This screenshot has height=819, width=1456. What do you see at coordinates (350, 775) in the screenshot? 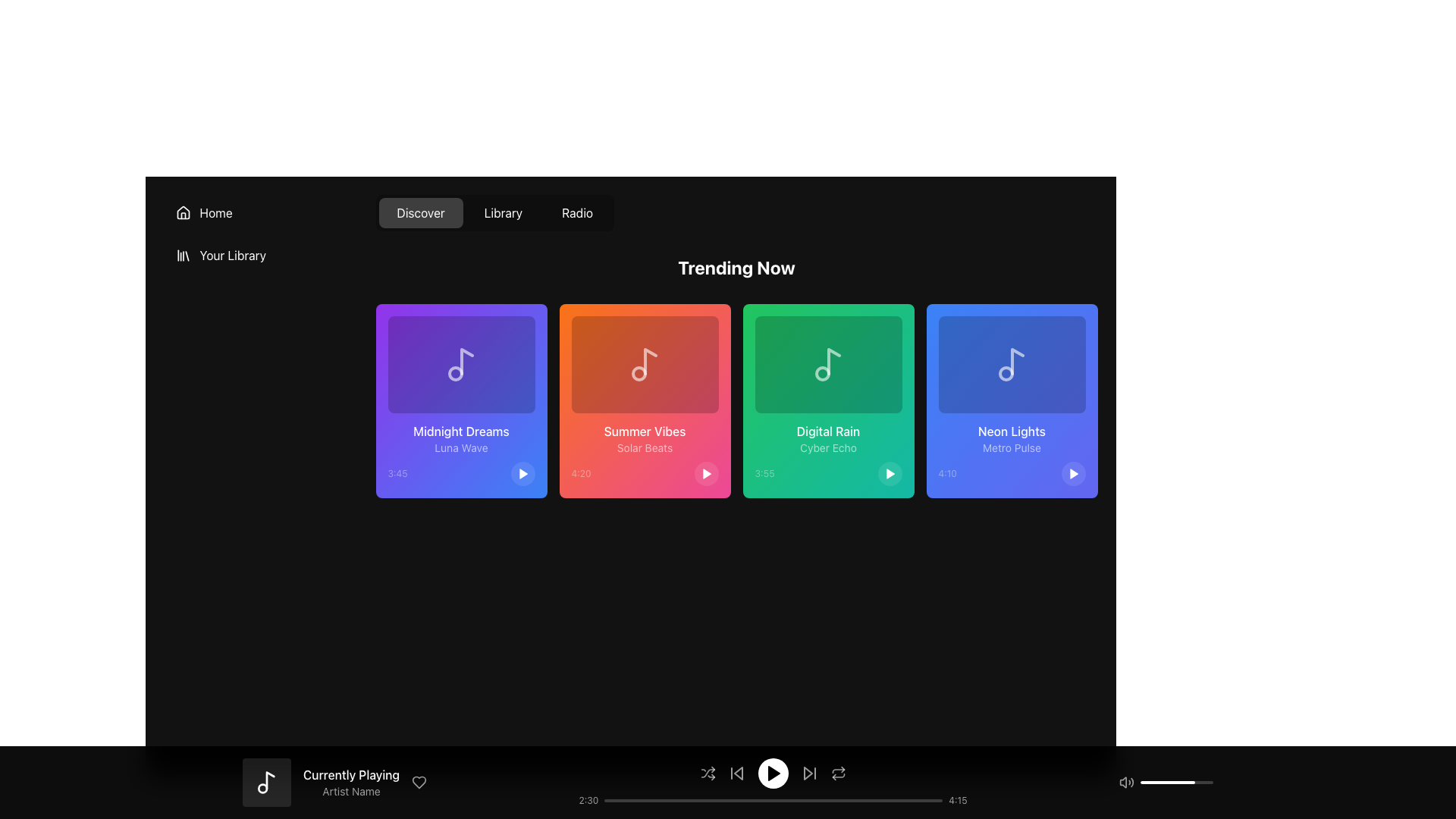
I see `the 'Currently Playing' label, which is prominently displayed in bold white text on a solid black background, located on the left side of the player control bar at the bottom of the interface` at bounding box center [350, 775].